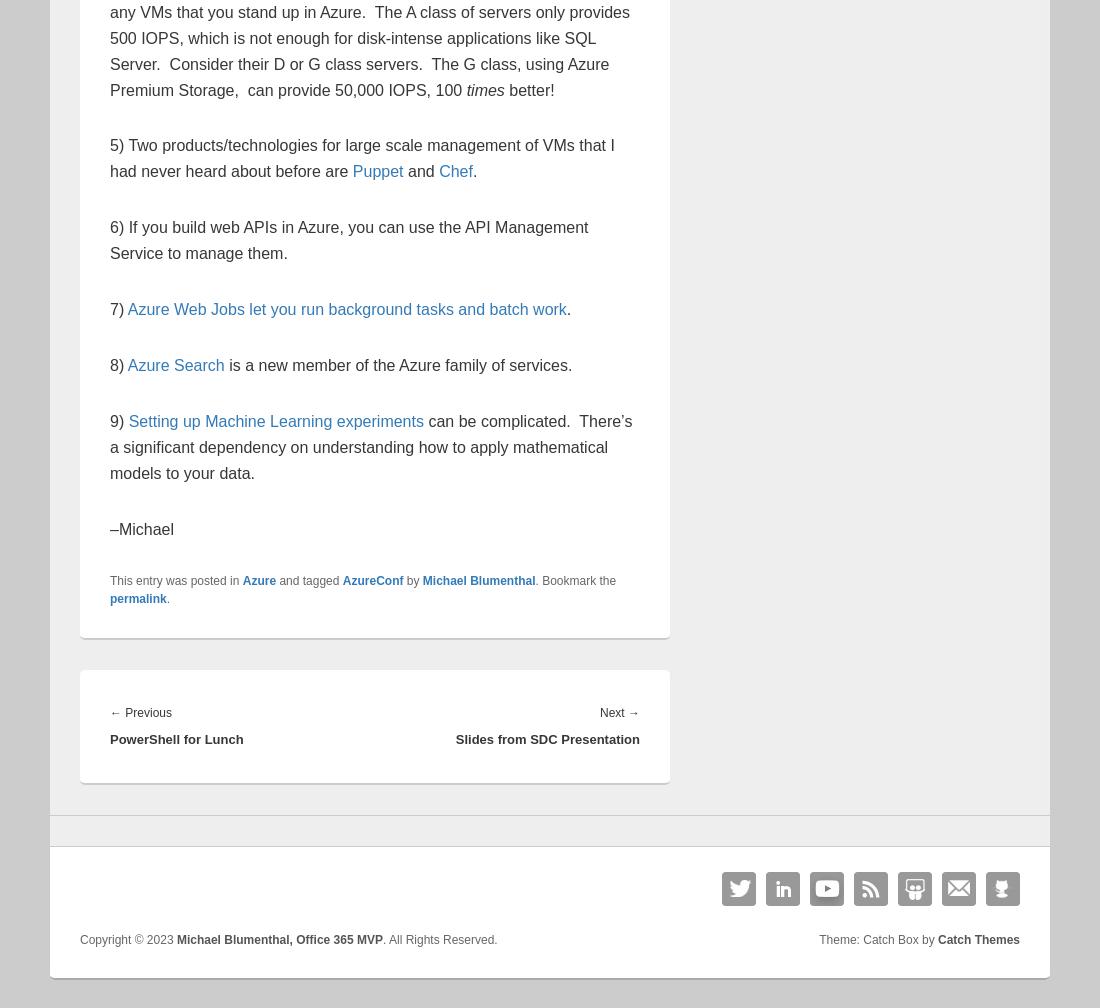 This screenshot has width=1100, height=1008. I want to click on 'Setting up Machine Learning experiments', so click(275, 420).